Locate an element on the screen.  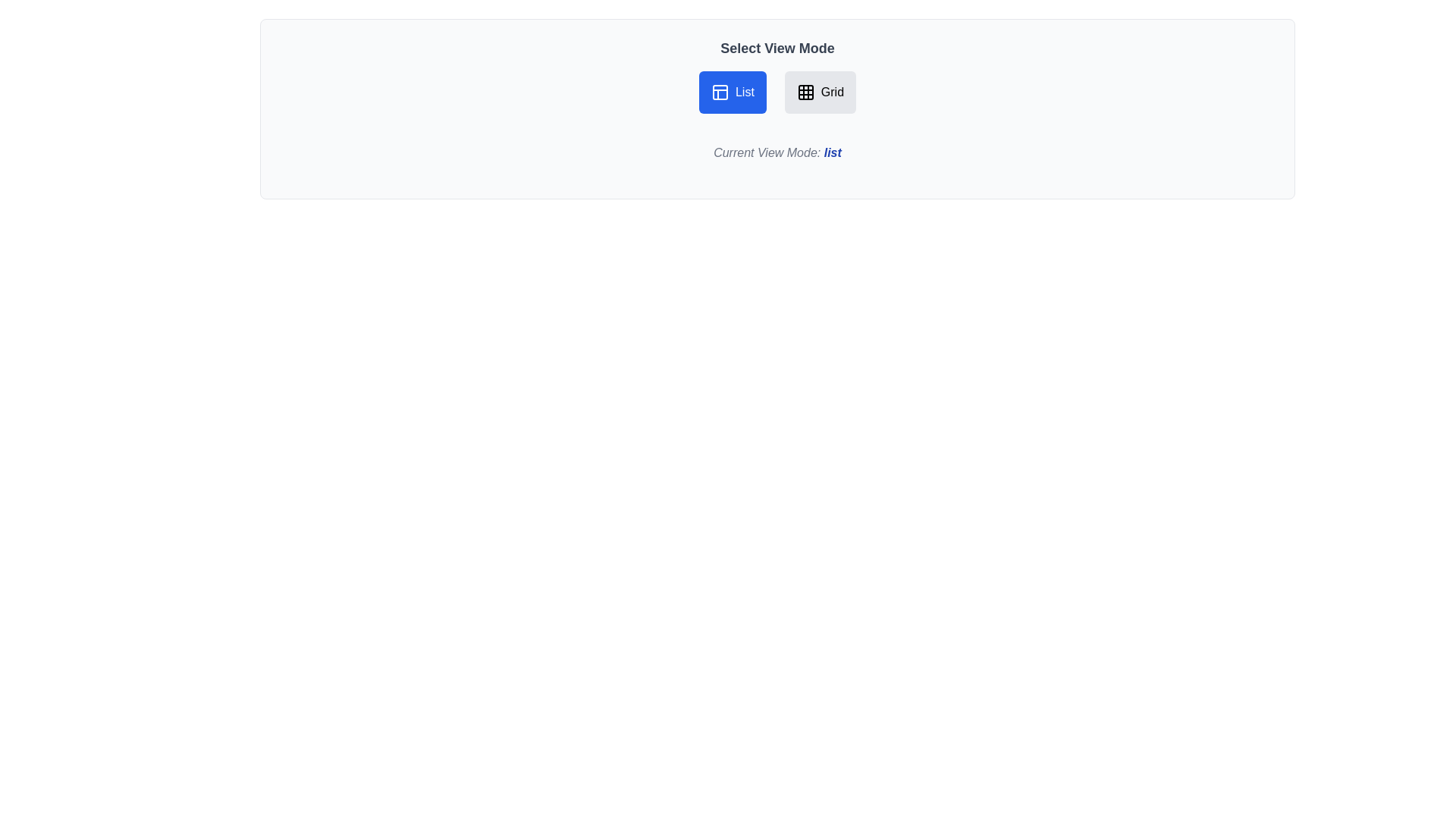
the Grid button to switch the view mode is located at coordinates (819, 93).